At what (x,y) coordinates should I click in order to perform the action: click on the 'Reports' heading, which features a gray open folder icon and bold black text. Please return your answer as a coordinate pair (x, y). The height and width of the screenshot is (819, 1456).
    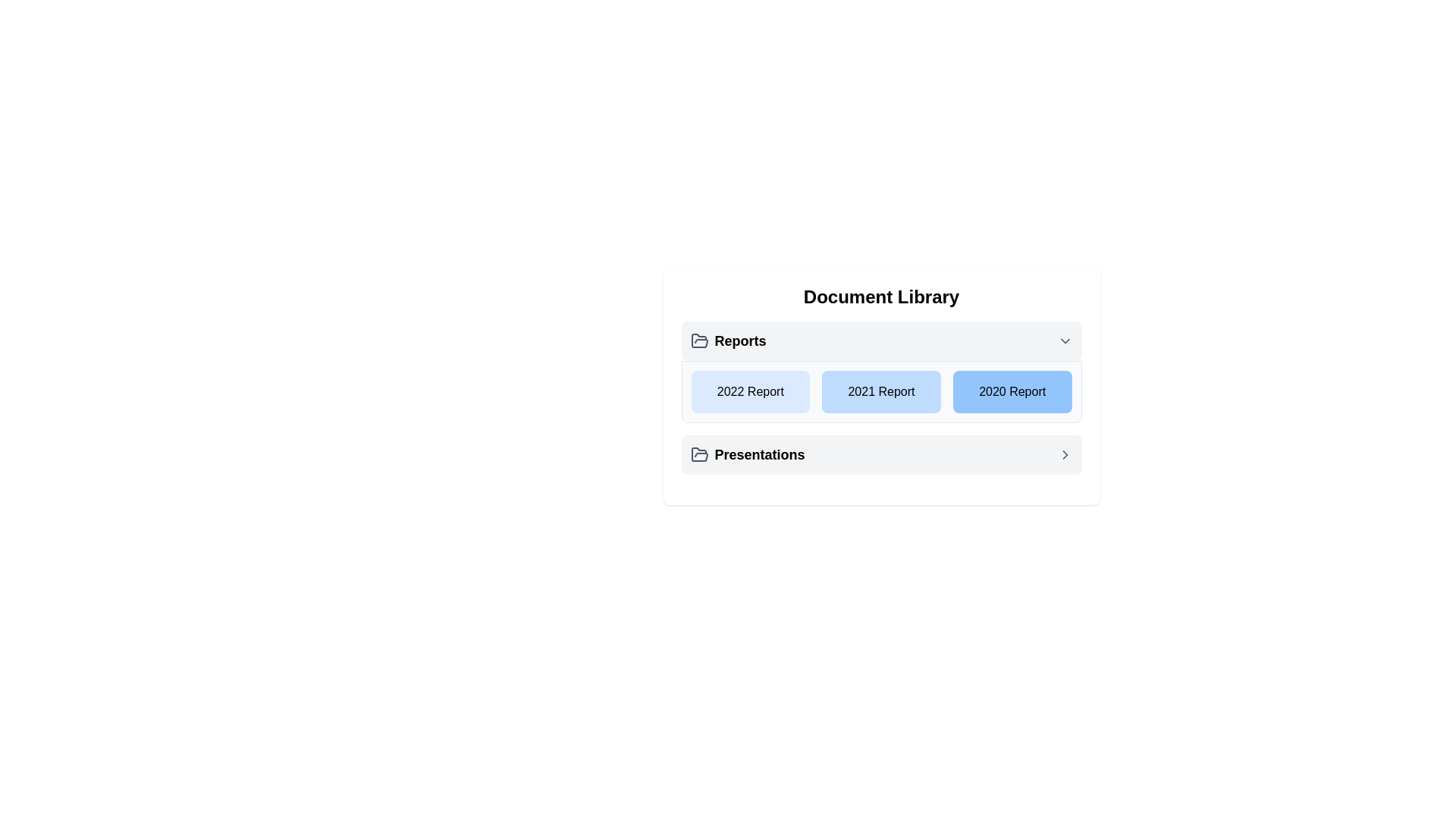
    Looking at the image, I should click on (728, 341).